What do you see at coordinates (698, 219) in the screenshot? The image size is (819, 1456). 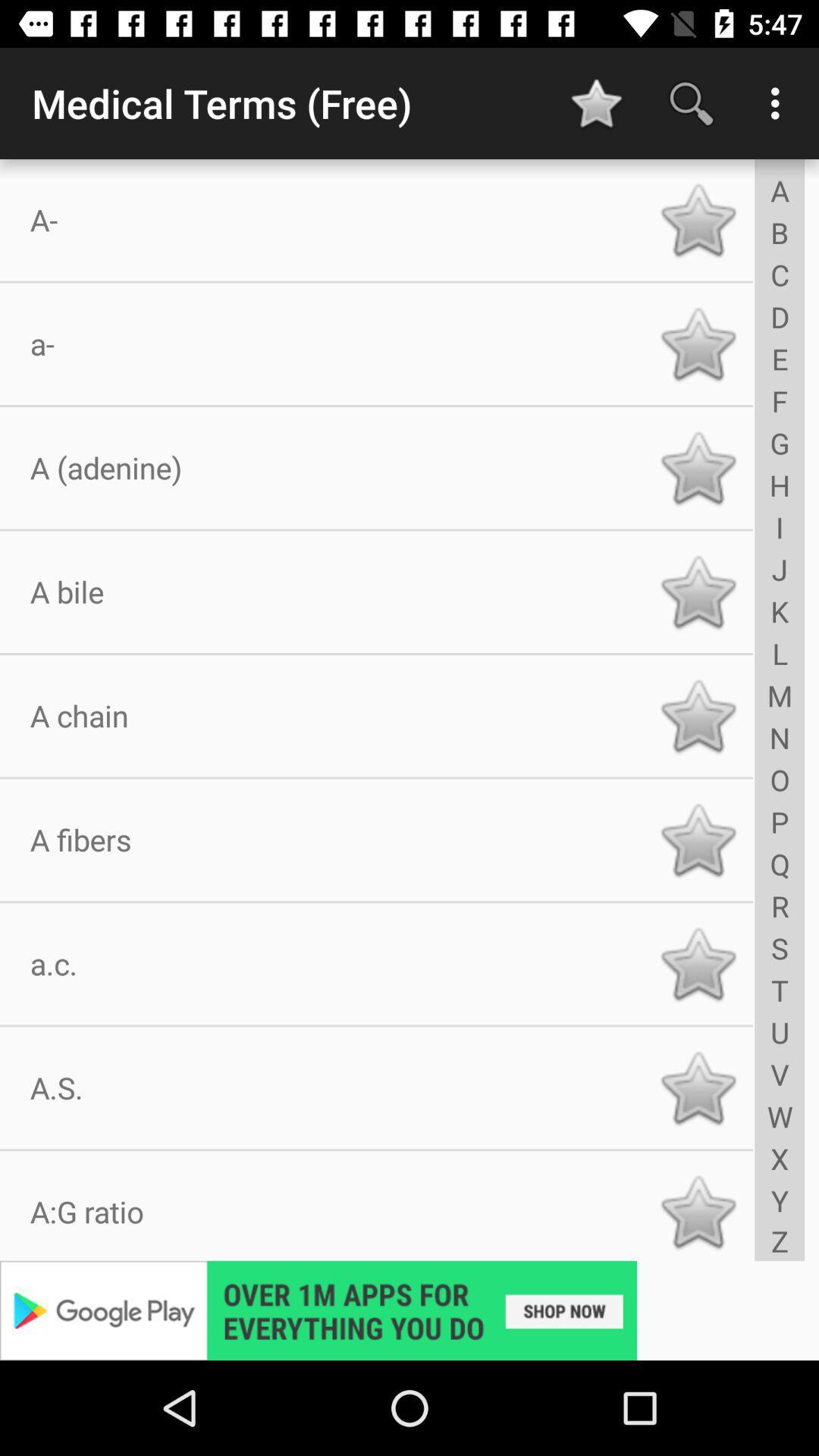 I see `medical terms listed under a-` at bounding box center [698, 219].